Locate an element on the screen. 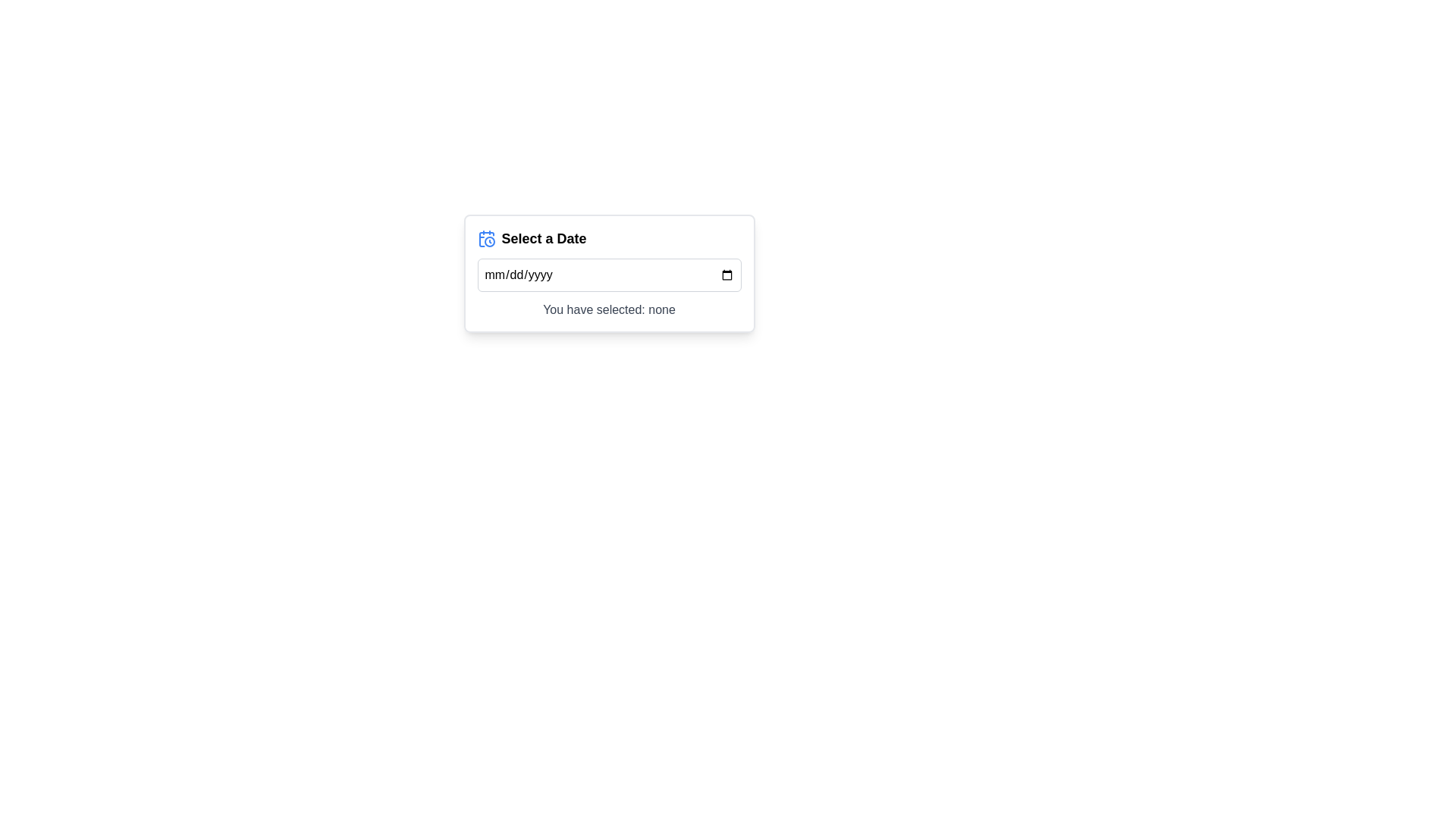 Image resolution: width=1456 pixels, height=819 pixels. the blue calendar-clock icon located at the far-left of the text 'Select a Date' is located at coordinates (486, 239).